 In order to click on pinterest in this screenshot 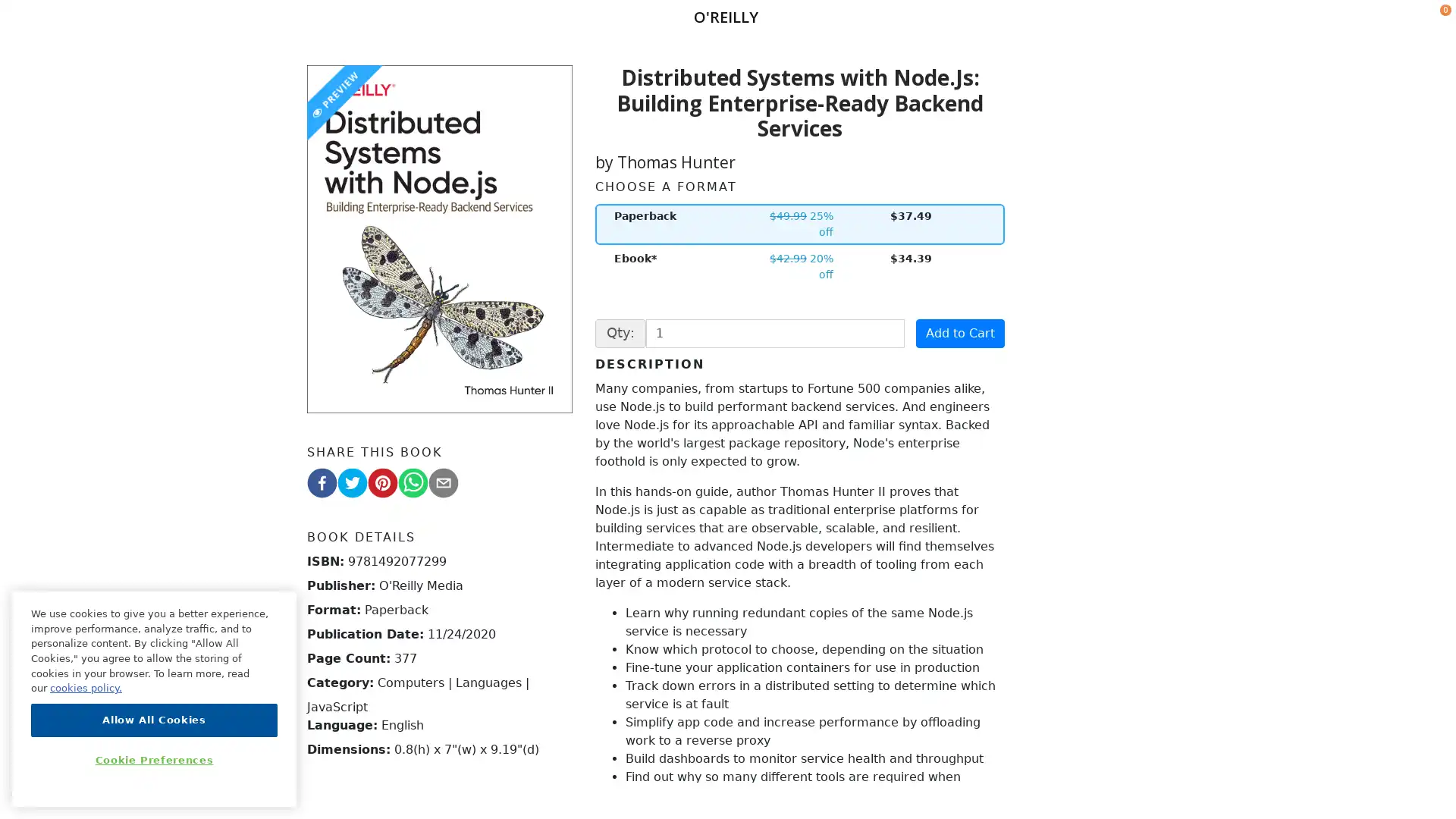, I will do `click(382, 482)`.